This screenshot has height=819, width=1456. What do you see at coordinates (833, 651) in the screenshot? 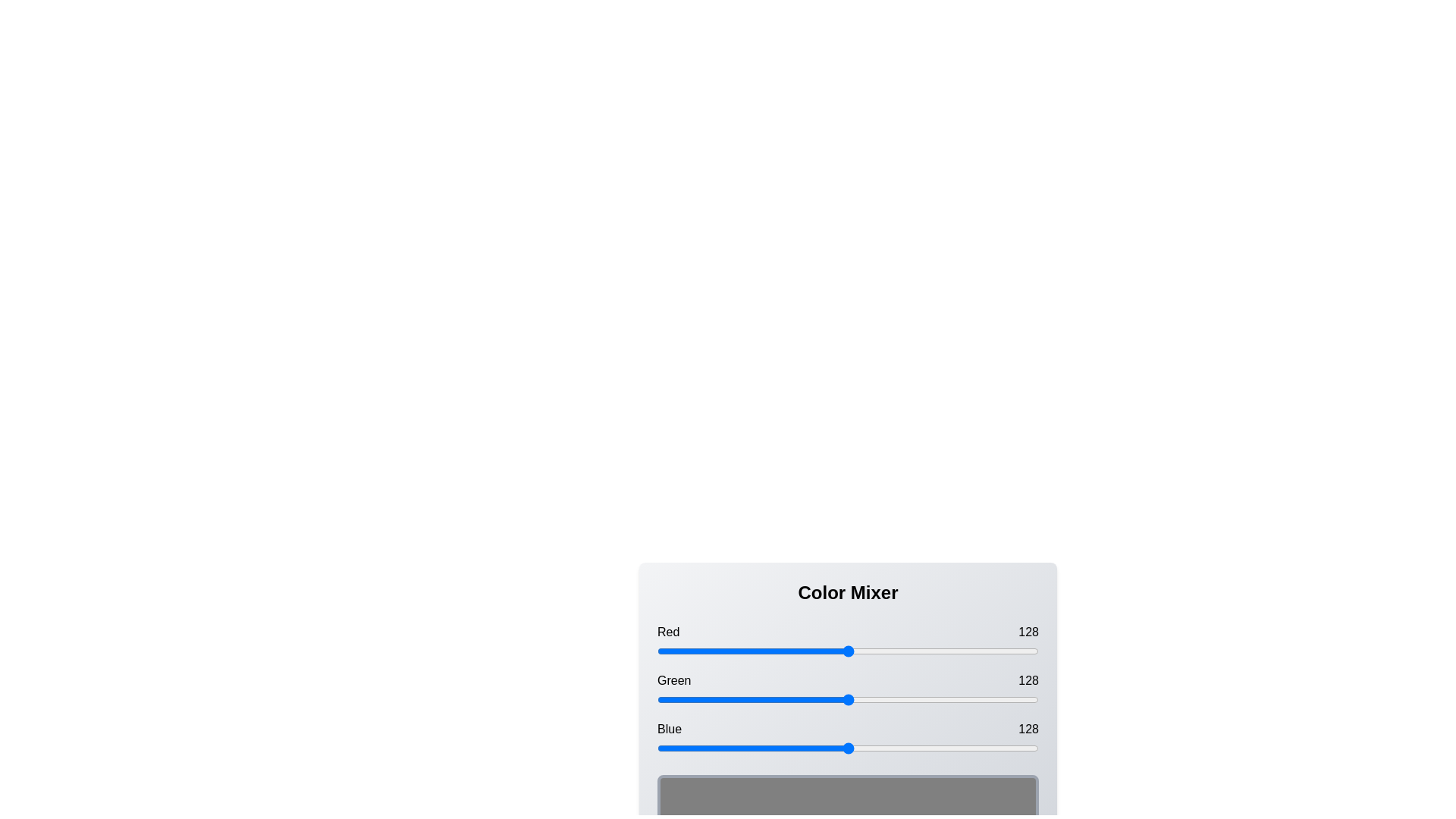
I see `the red slider to 118` at bounding box center [833, 651].